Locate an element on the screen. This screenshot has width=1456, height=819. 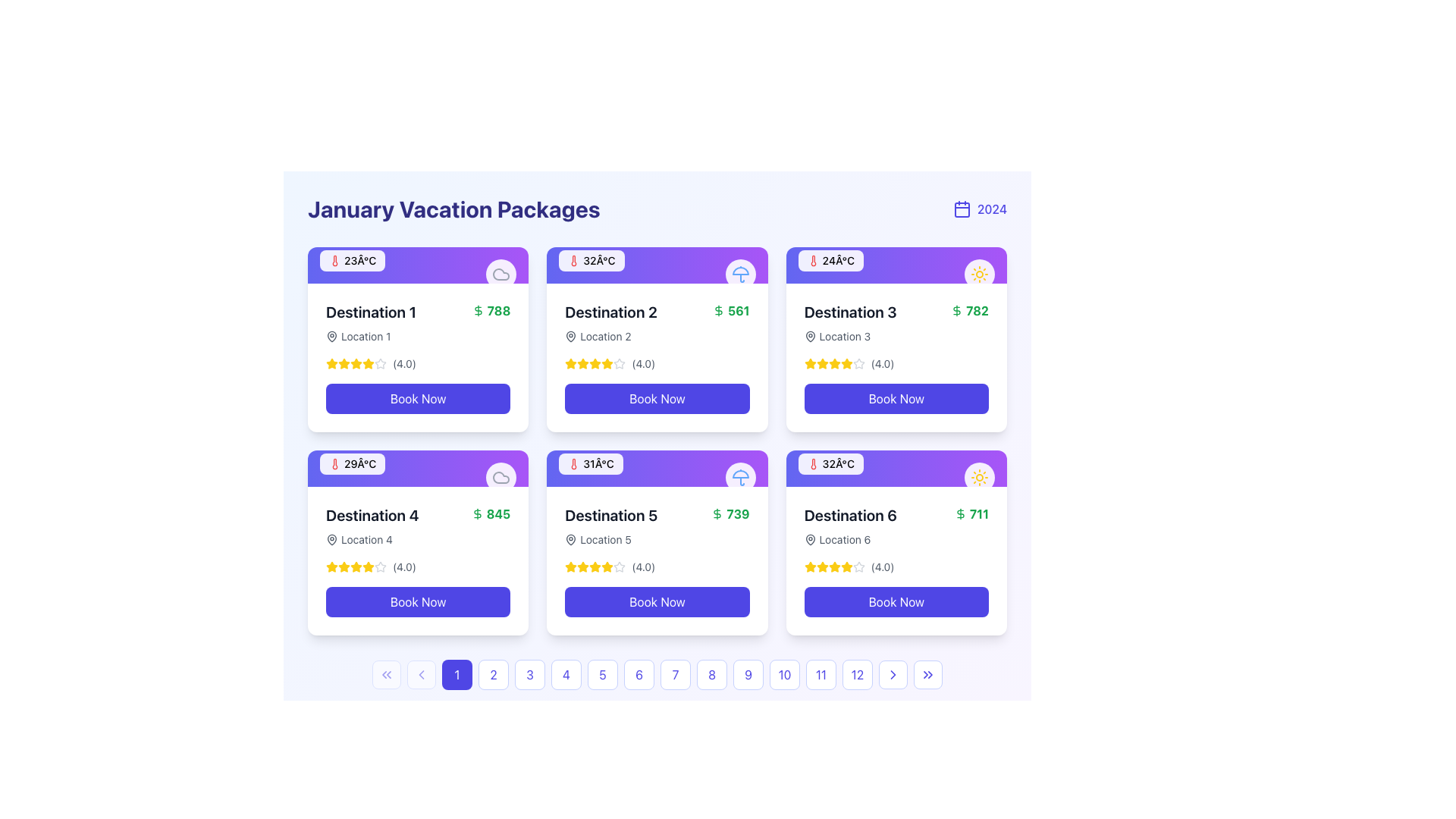
the first star icon in the rating system for 'Destination 1', which has a yellow fill and sharp outline, located near the rating '(4.0)' is located at coordinates (331, 363).